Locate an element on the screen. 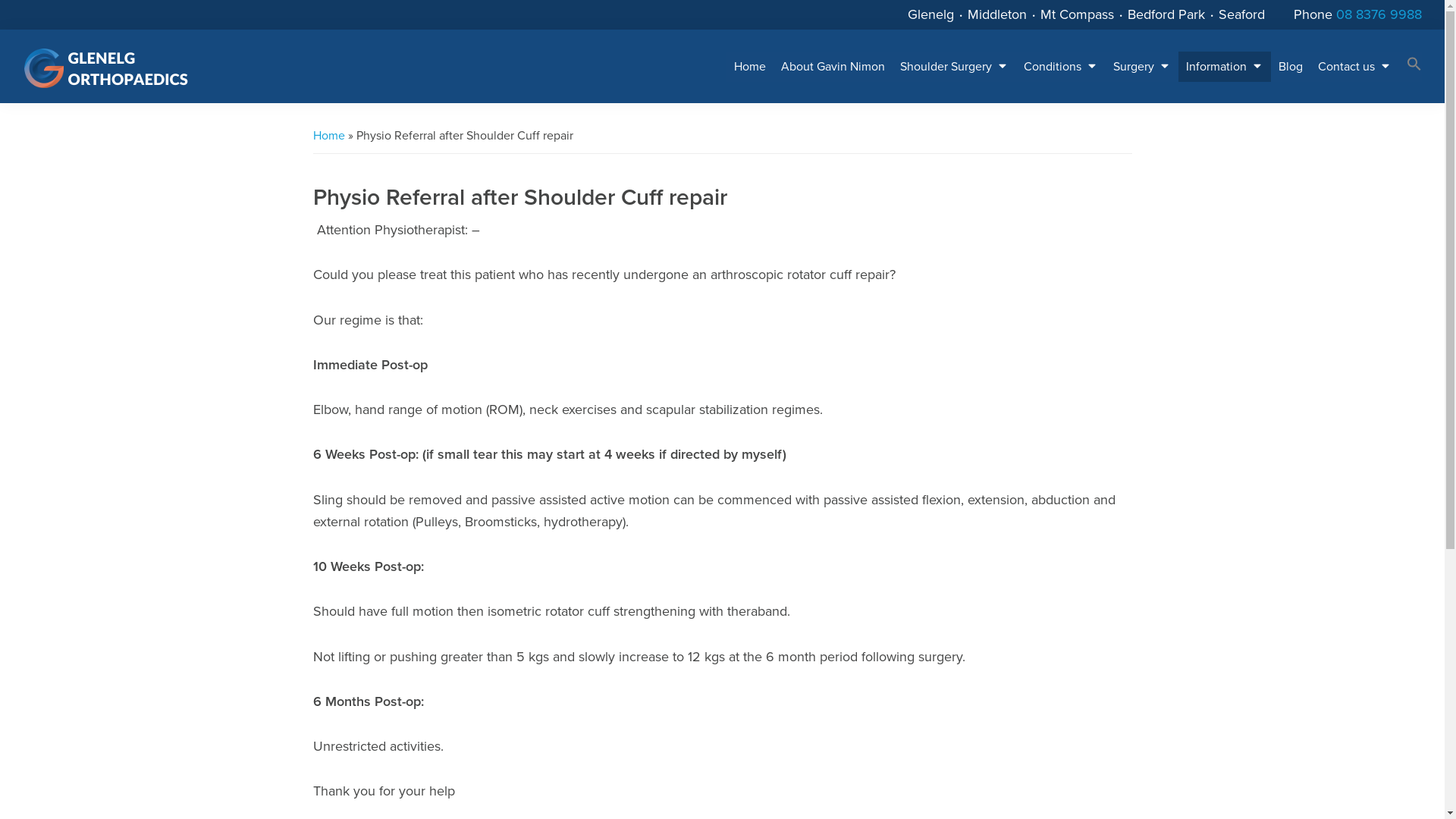 This screenshot has height=819, width=1456. 'Skip to primary navigation' is located at coordinates (0, 0).